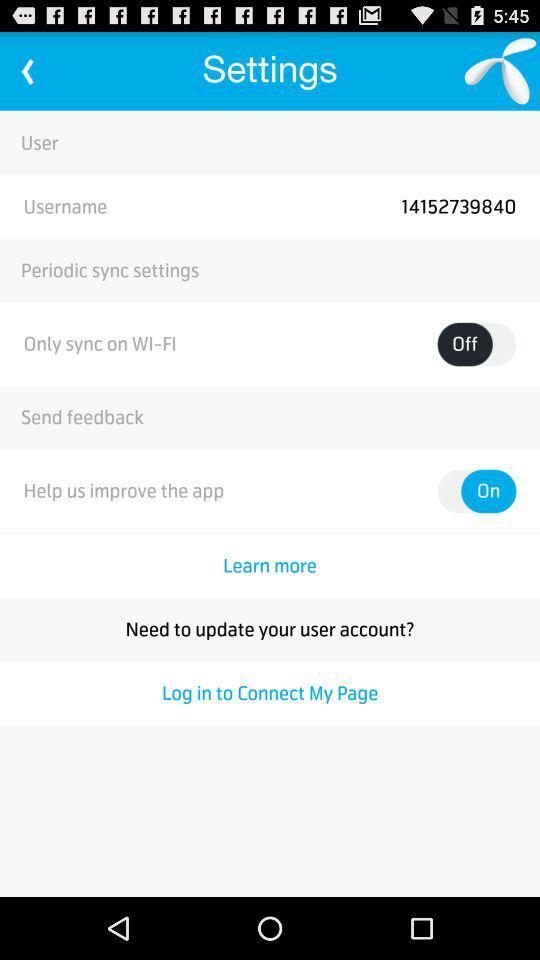 The image size is (540, 960). What do you see at coordinates (270, 693) in the screenshot?
I see `icon below need to update` at bounding box center [270, 693].